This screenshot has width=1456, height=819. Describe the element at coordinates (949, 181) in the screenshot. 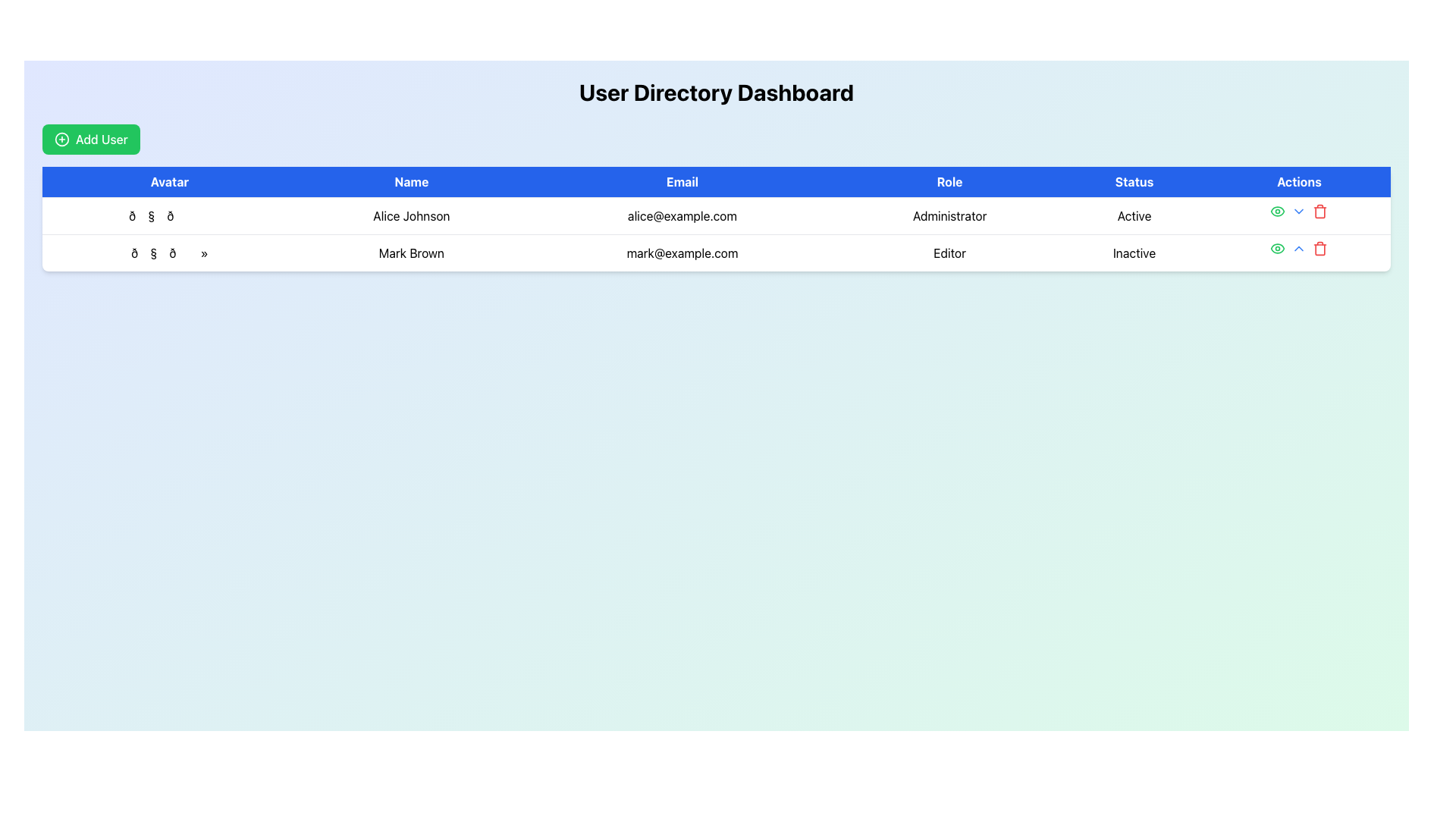

I see `the 'Role' header label in the table, which is displayed with white font on a blue background and is the fourth header among 'Avatar', 'Name', 'Email', 'Role', 'Status', and 'Actions'` at that location.